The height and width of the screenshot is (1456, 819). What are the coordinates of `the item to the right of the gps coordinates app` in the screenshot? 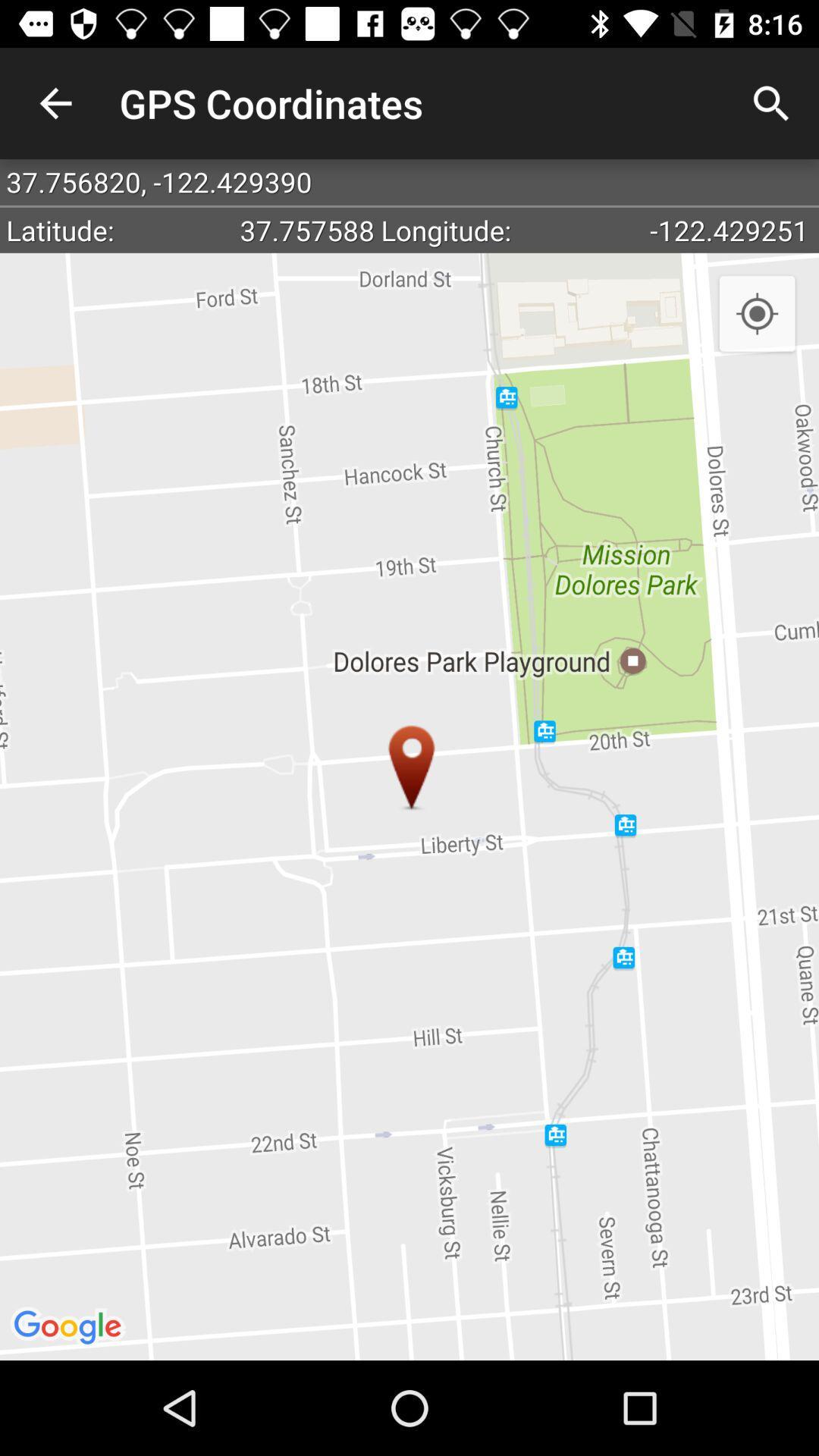 It's located at (771, 102).